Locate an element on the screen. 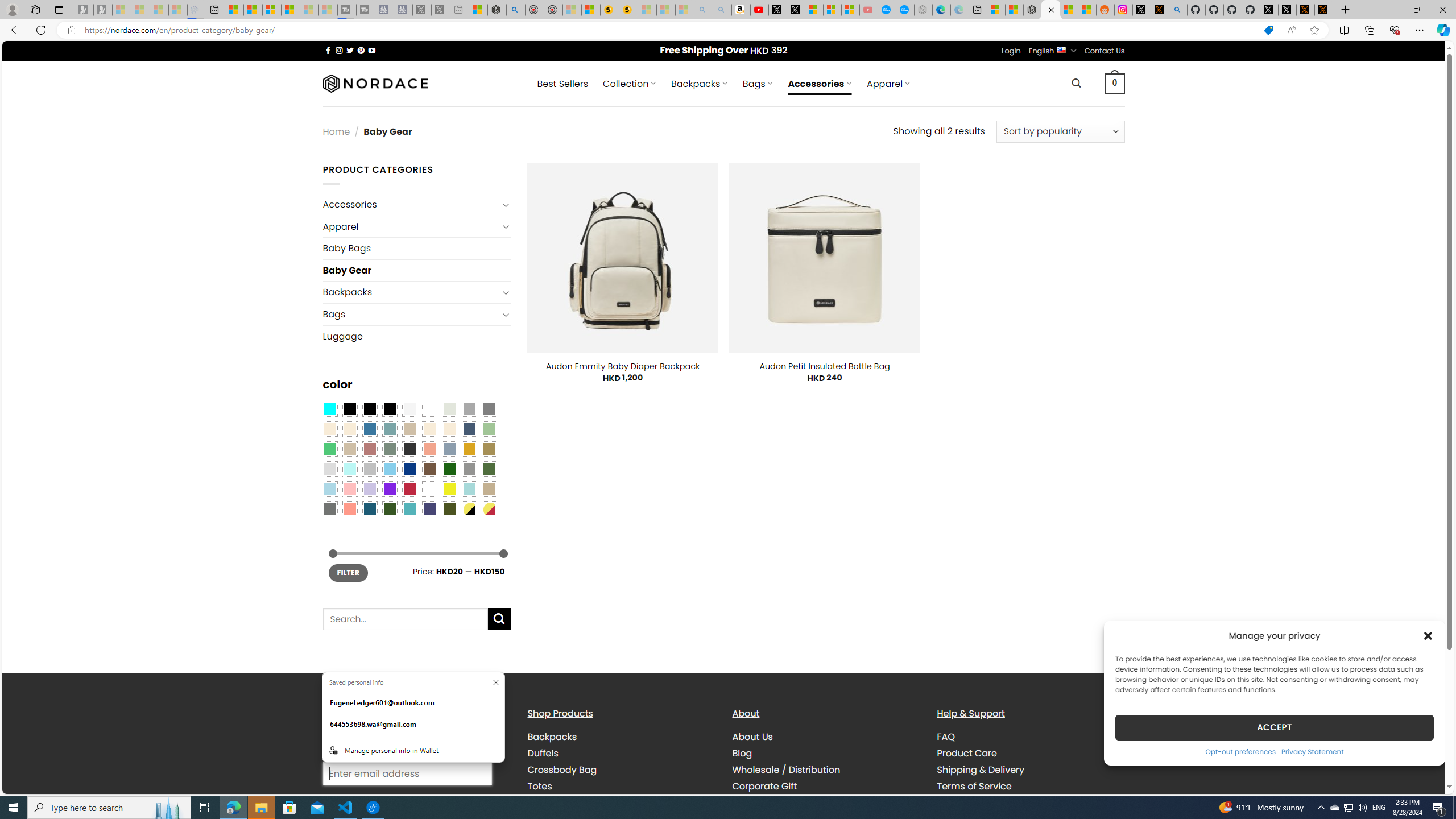 The image size is (1456, 819). 'Light Purple' is located at coordinates (369, 488).